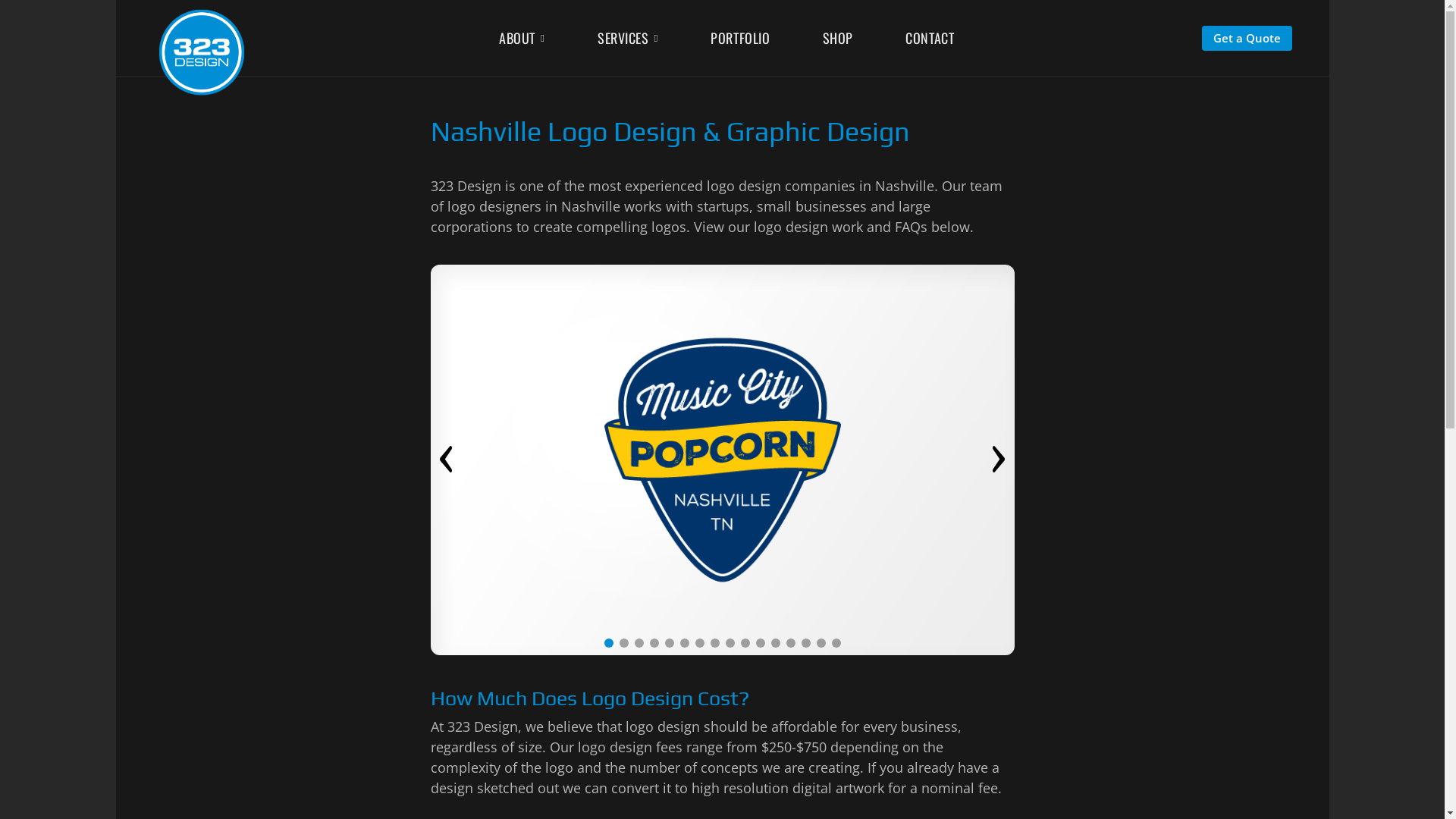 The height and width of the screenshot is (819, 1456). I want to click on '12', so click(770, 643).